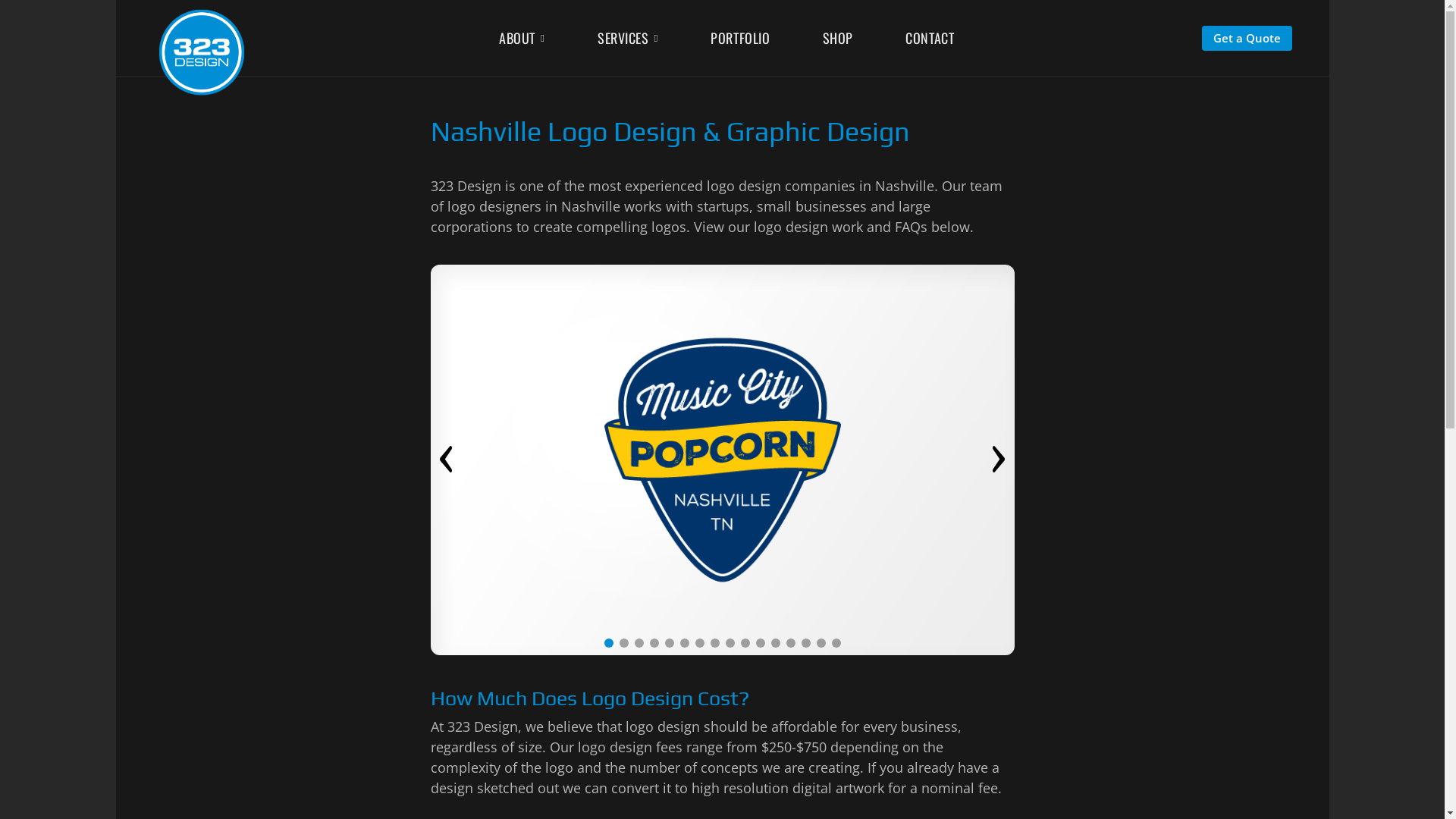 The height and width of the screenshot is (819, 1456). I want to click on '12', so click(770, 643).